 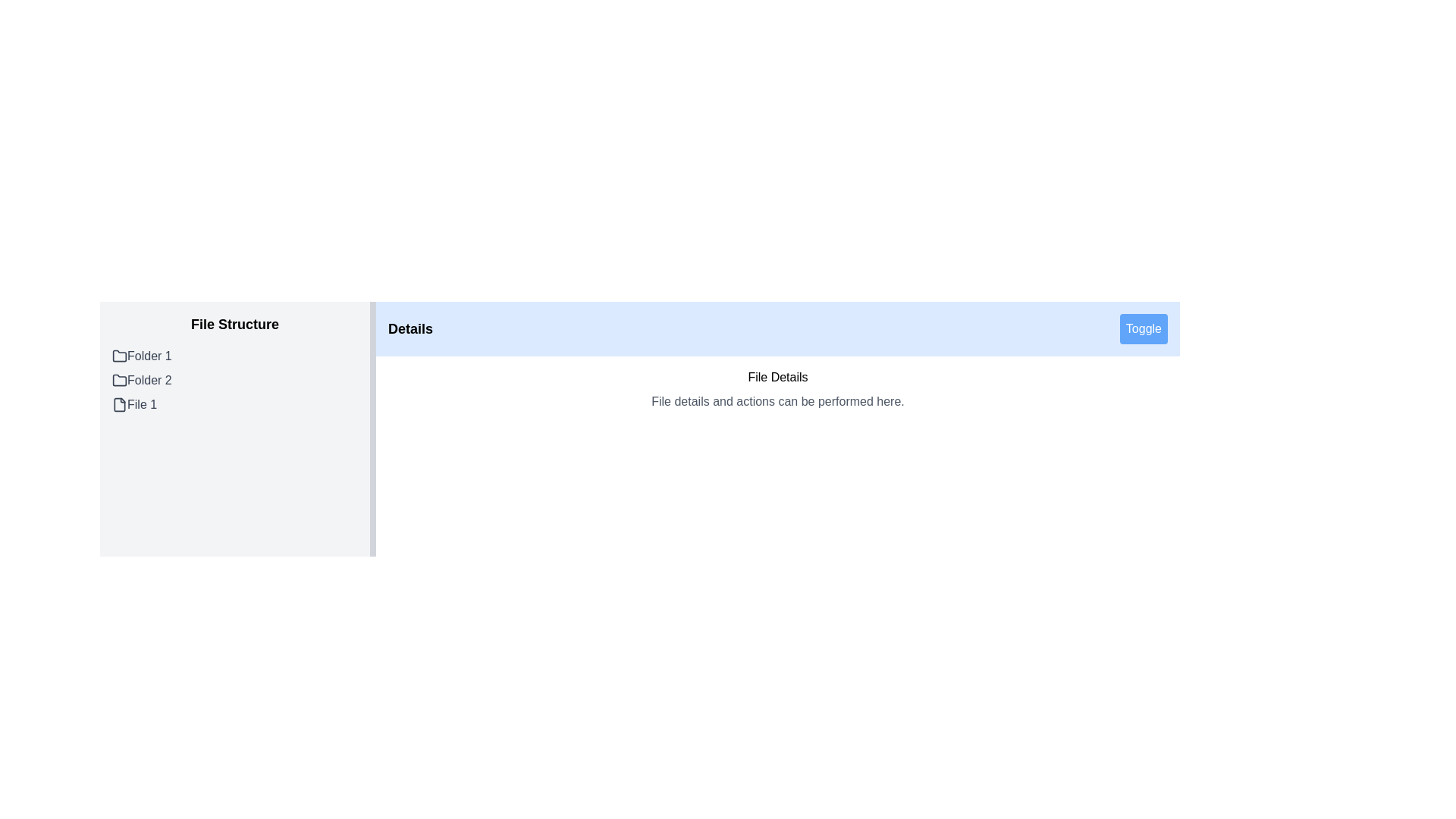 What do you see at coordinates (119, 403) in the screenshot?
I see `the file icon located in the sidebar of the file structure interface, which is directly positioned to the left of the text label 'File 1.'` at bounding box center [119, 403].